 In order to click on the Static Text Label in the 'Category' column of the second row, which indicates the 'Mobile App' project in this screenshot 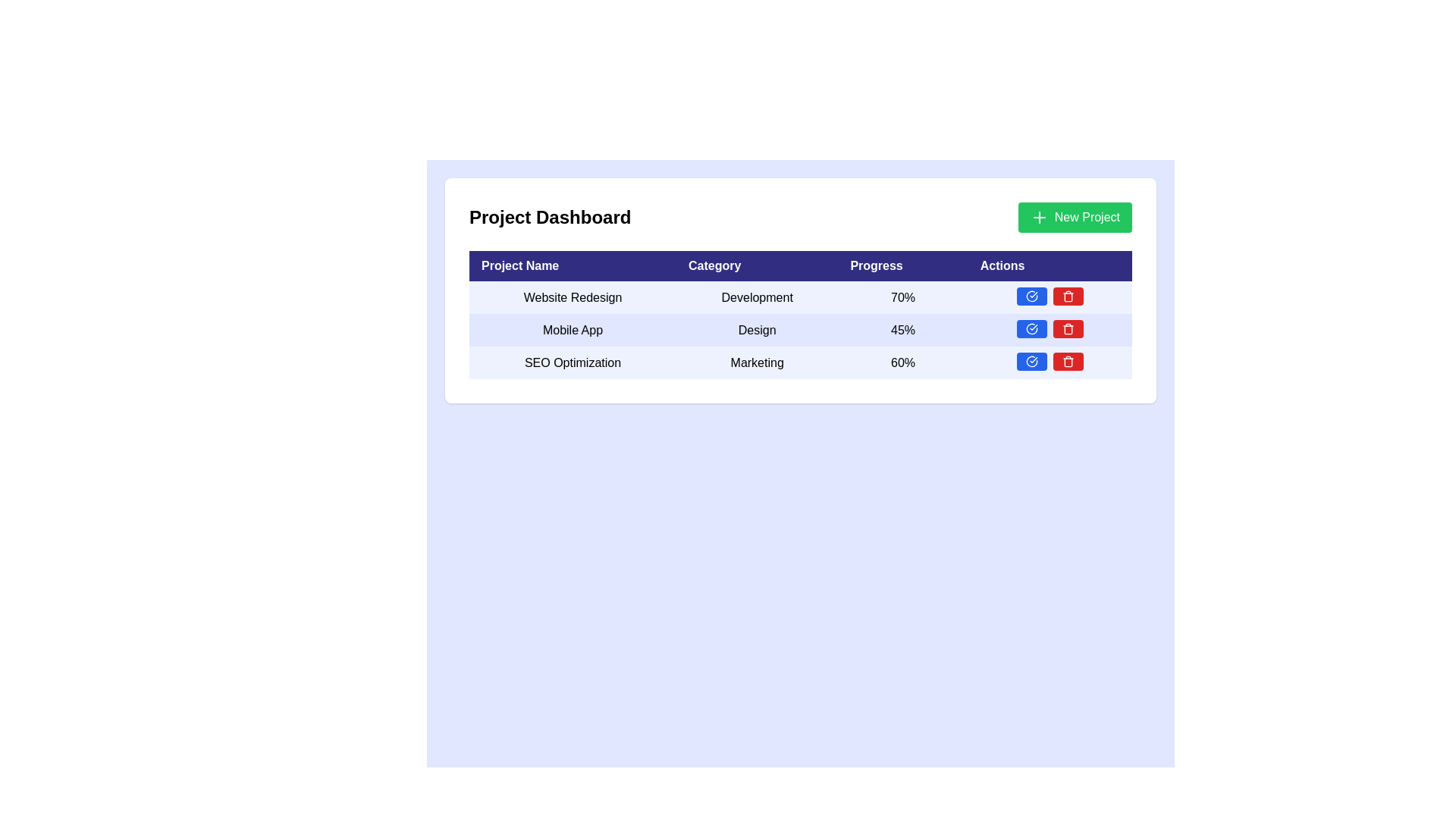, I will do `click(757, 329)`.